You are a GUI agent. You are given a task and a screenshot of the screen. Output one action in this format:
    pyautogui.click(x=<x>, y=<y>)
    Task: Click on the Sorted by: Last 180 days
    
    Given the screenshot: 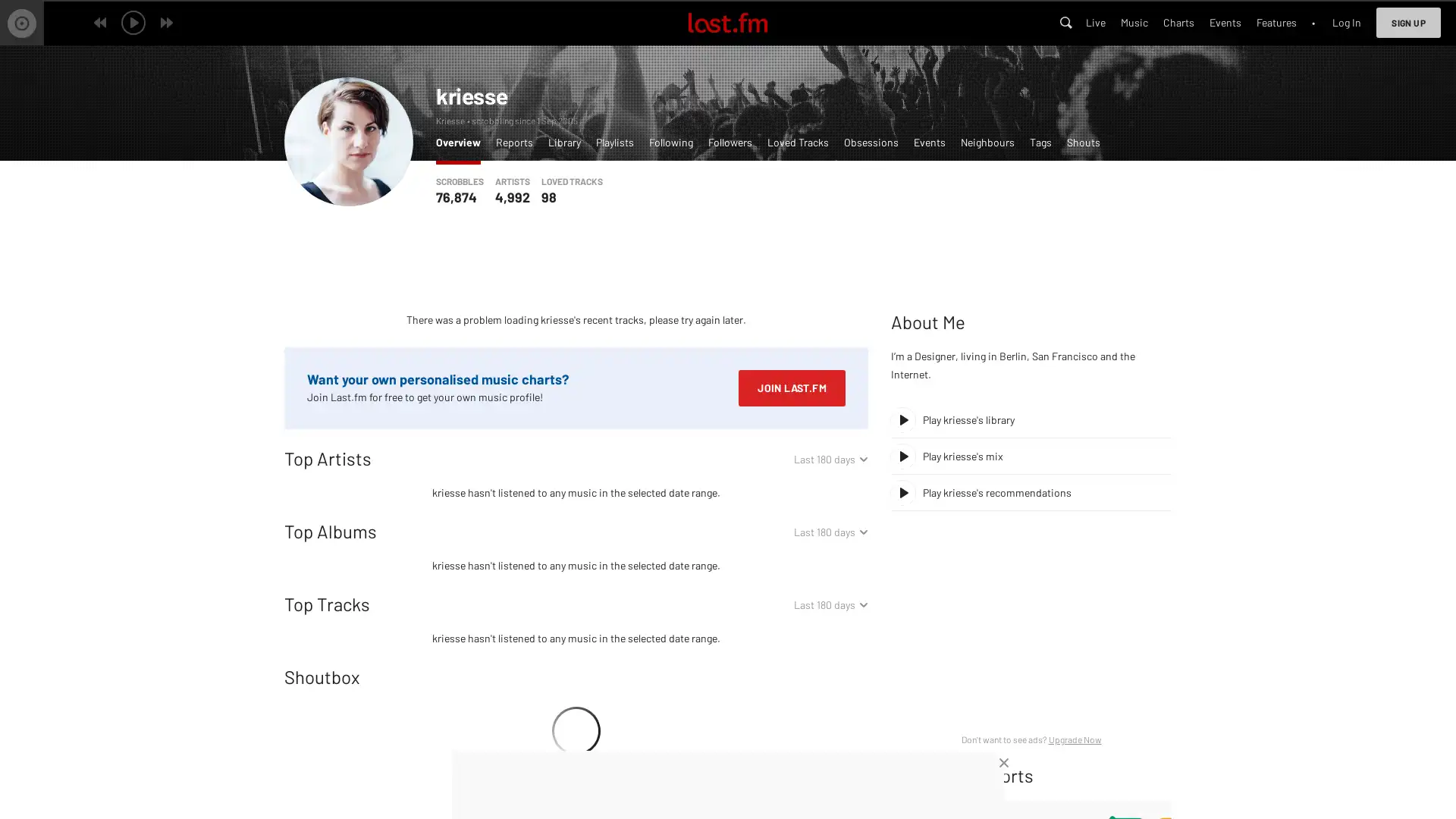 What is the action you would take?
    pyautogui.click(x=830, y=458)
    